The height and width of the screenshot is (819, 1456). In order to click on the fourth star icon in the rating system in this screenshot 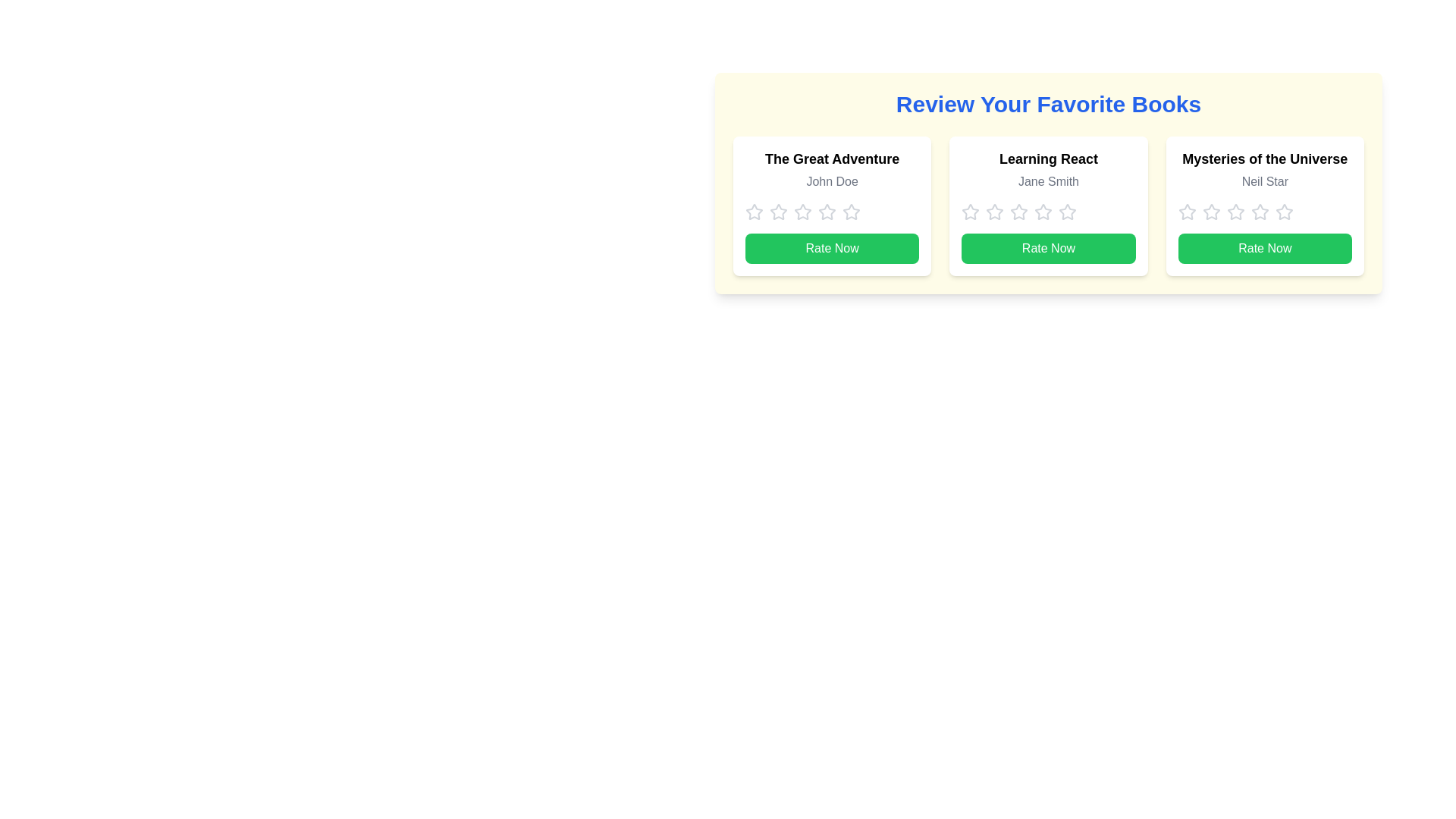, I will do `click(1283, 212)`.